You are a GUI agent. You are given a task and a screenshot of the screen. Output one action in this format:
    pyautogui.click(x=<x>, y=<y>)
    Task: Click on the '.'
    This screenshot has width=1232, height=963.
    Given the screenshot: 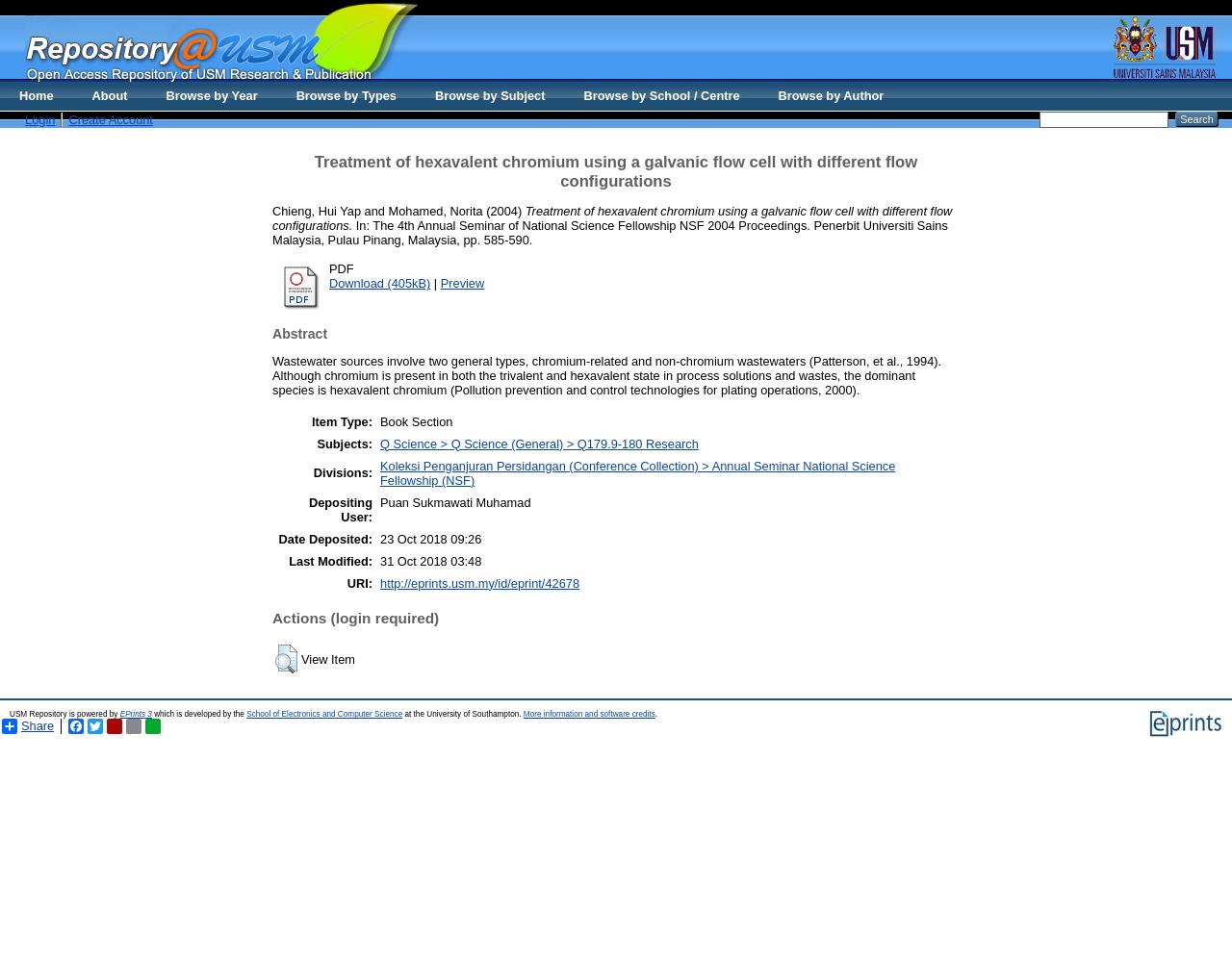 What is the action you would take?
    pyautogui.click(x=655, y=714)
    